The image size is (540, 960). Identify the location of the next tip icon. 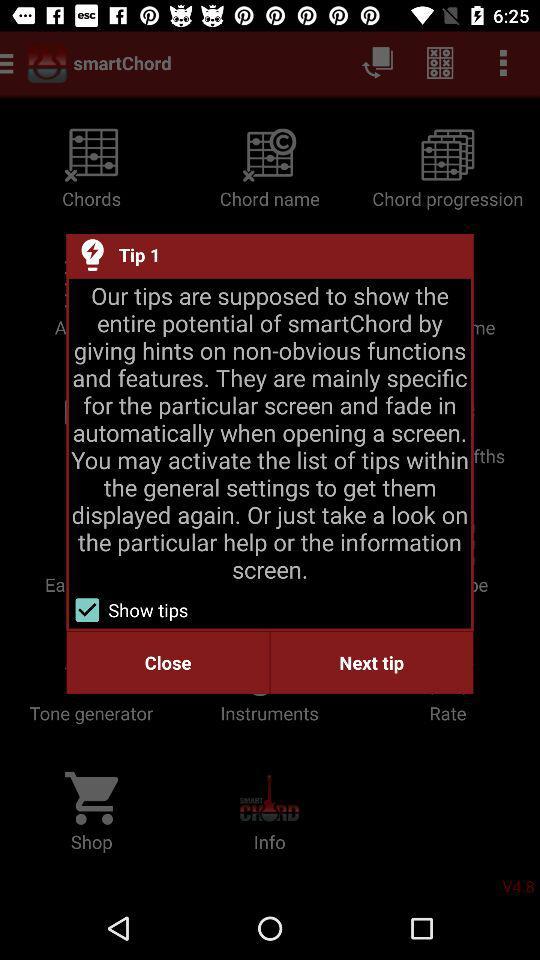
(370, 662).